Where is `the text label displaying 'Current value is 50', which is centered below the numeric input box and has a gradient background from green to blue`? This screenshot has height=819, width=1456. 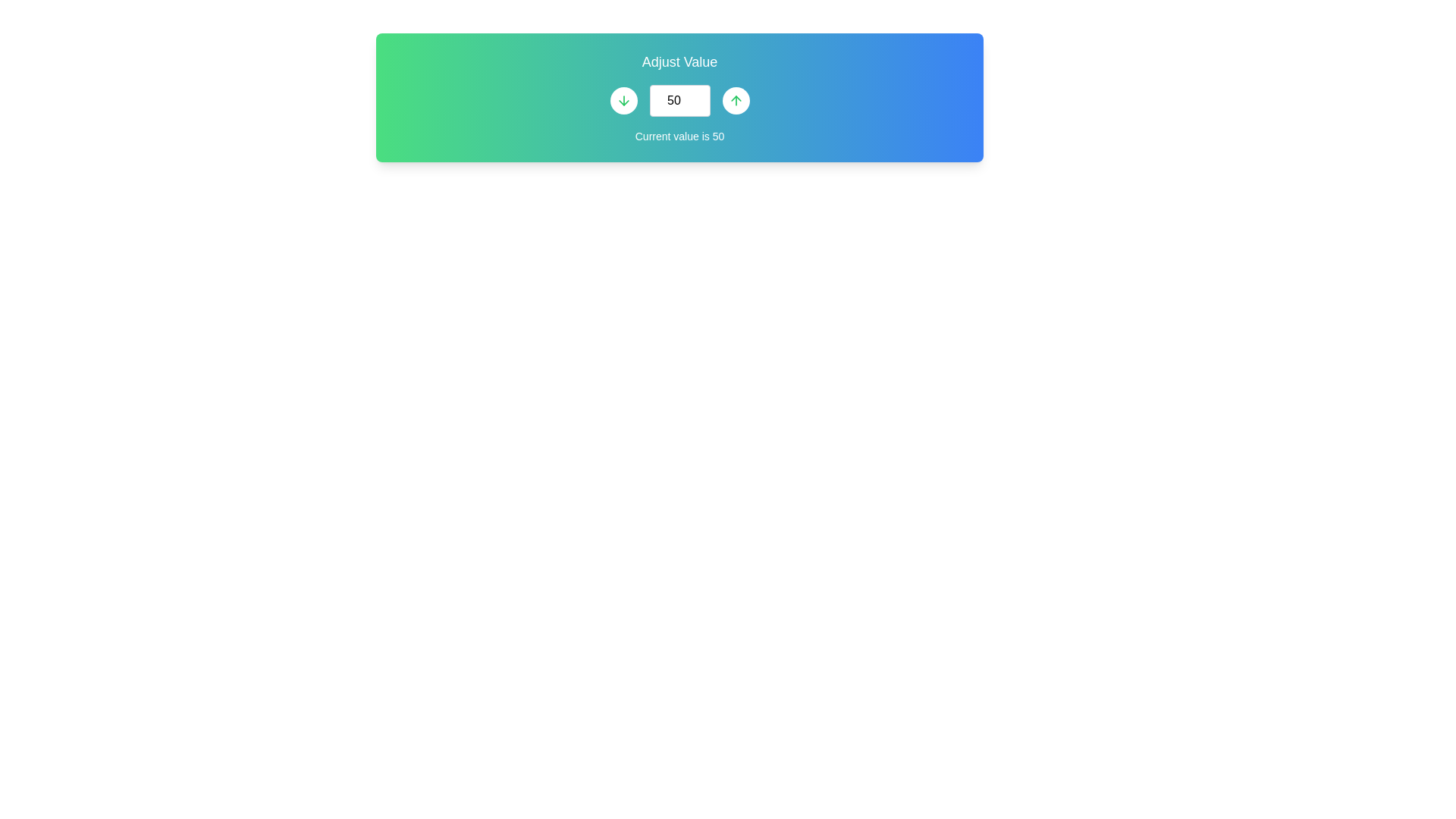 the text label displaying 'Current value is 50', which is centered below the numeric input box and has a gradient background from green to blue is located at coordinates (679, 136).